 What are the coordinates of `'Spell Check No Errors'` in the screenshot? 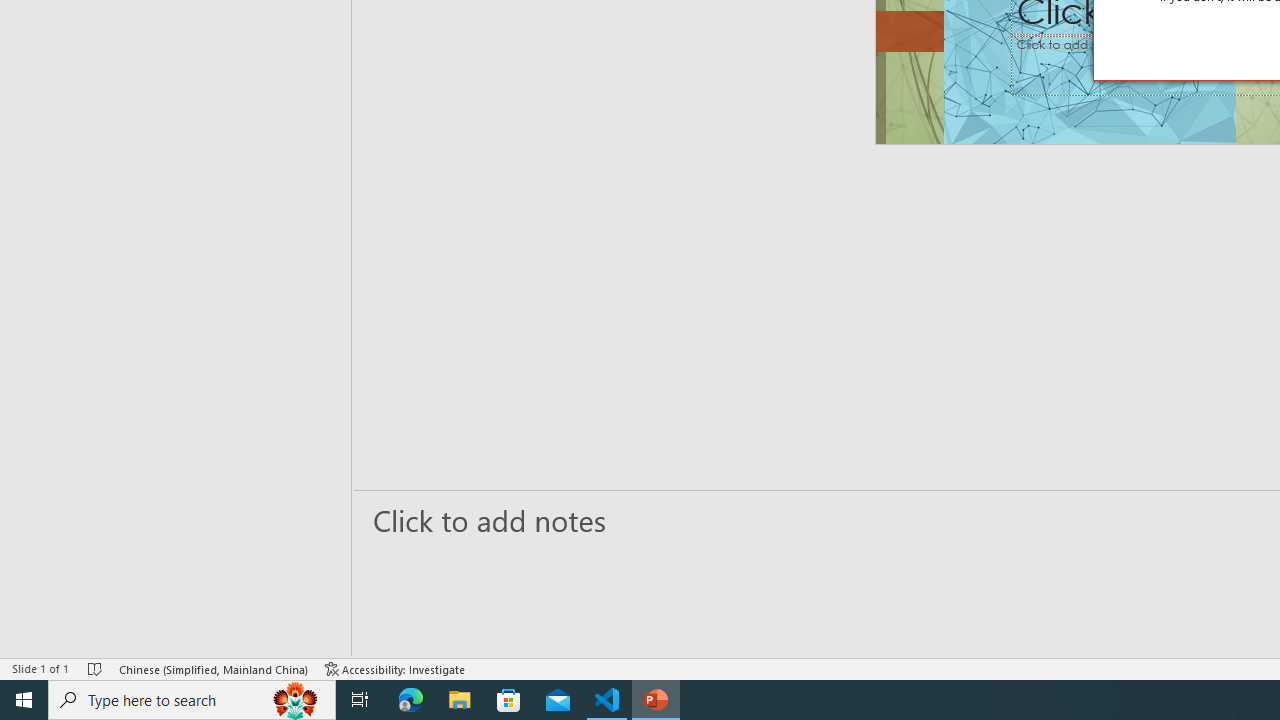 It's located at (95, 669).